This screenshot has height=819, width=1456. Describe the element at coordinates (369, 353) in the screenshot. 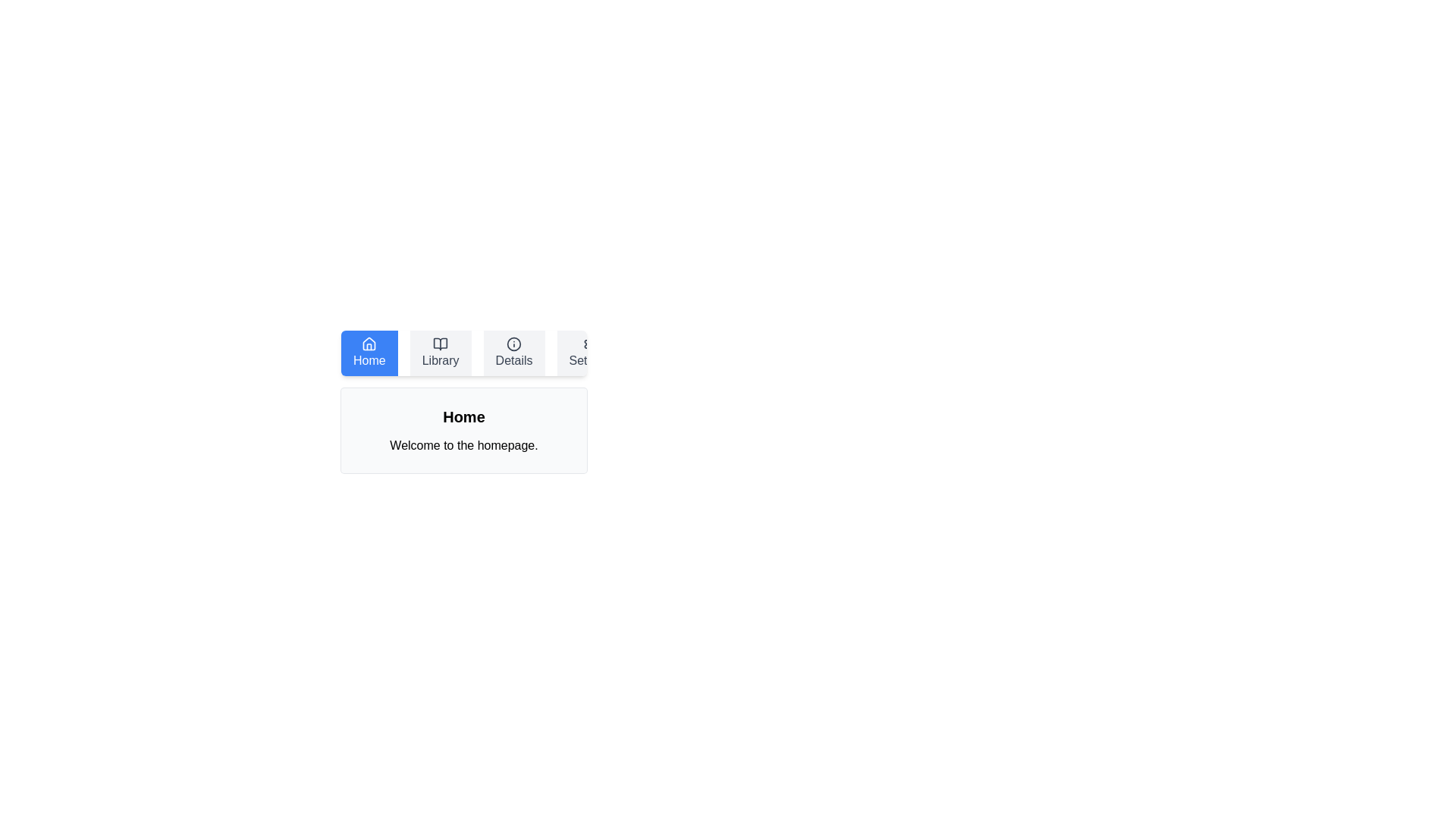

I see `the Home tab to navigate to its section` at that location.